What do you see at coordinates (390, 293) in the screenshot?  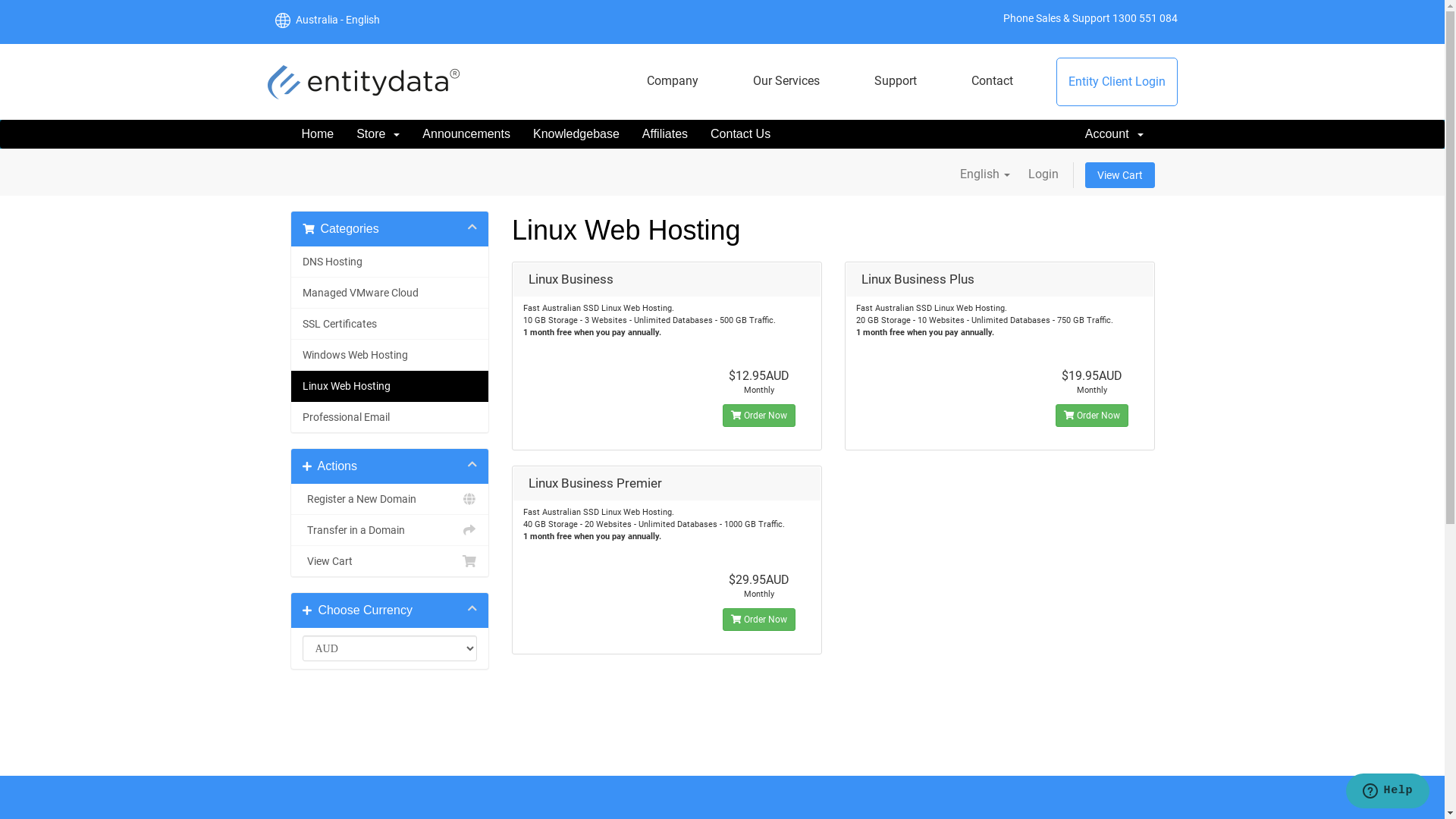 I see `'Managed VMware Cloud'` at bounding box center [390, 293].